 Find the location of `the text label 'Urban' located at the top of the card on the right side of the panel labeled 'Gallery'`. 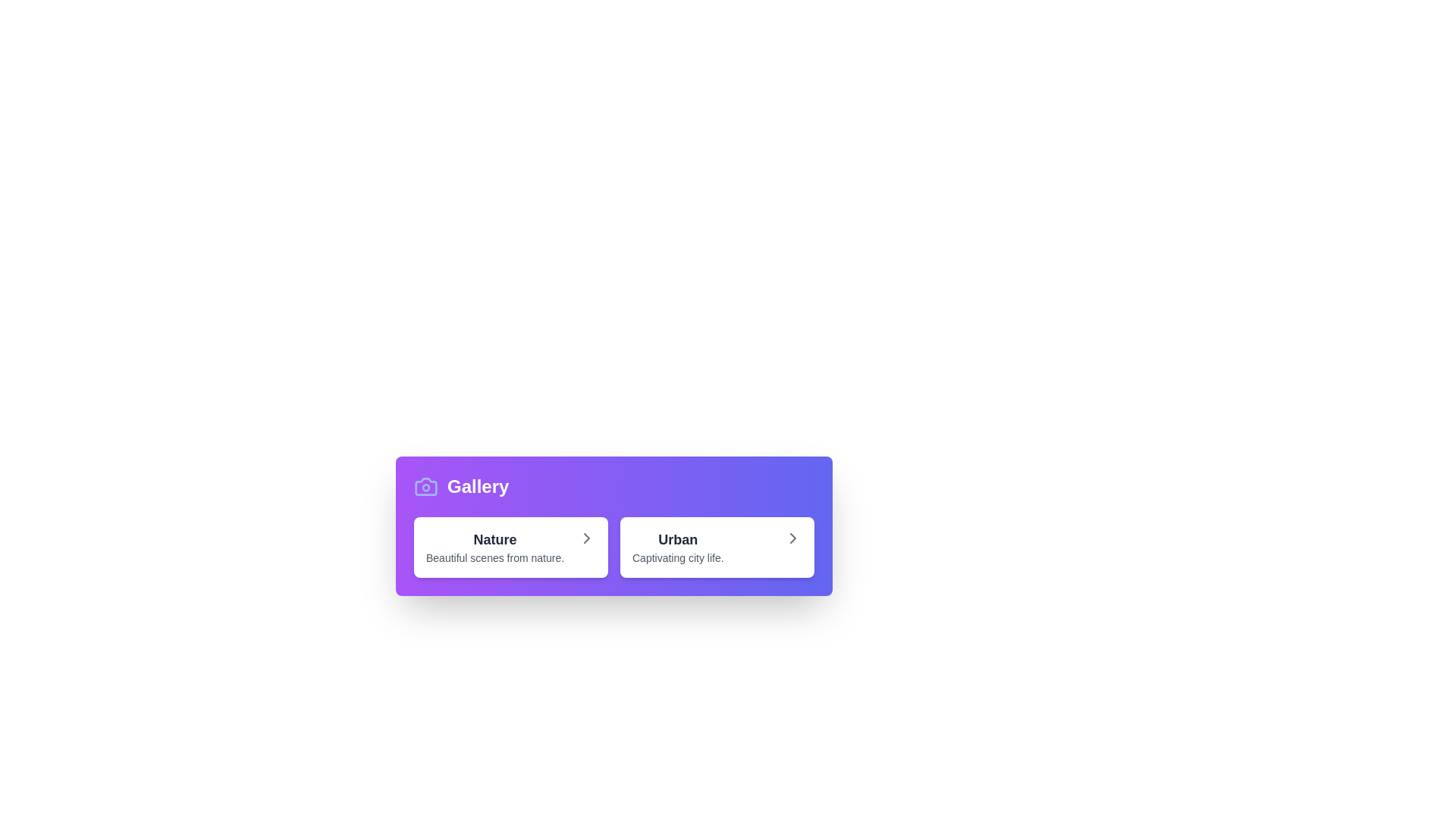

the text label 'Urban' located at the top of the card on the right side of the panel labeled 'Gallery' is located at coordinates (677, 539).